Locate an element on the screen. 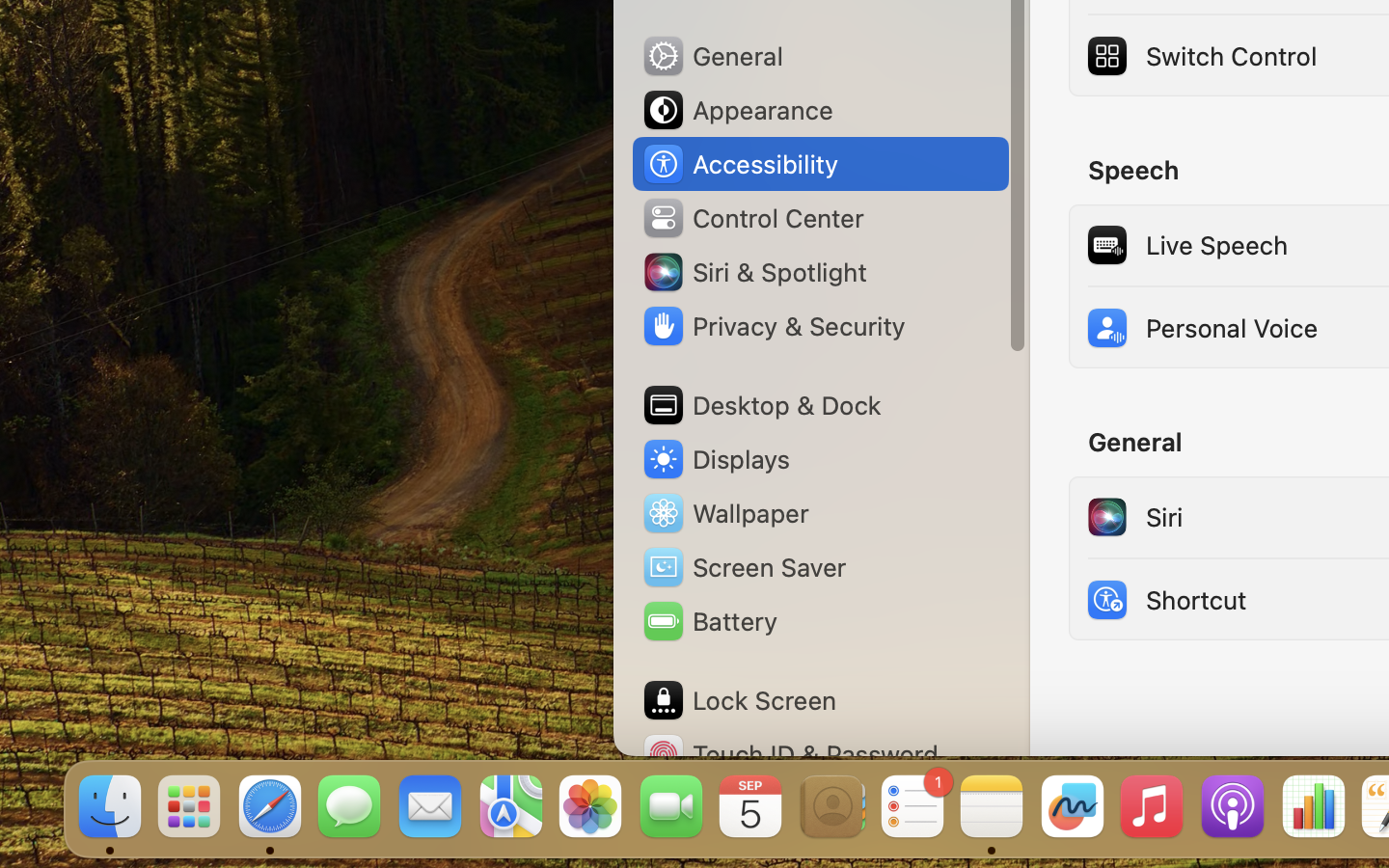 The image size is (1389, 868). 'Siri & Spotlight' is located at coordinates (753, 270).